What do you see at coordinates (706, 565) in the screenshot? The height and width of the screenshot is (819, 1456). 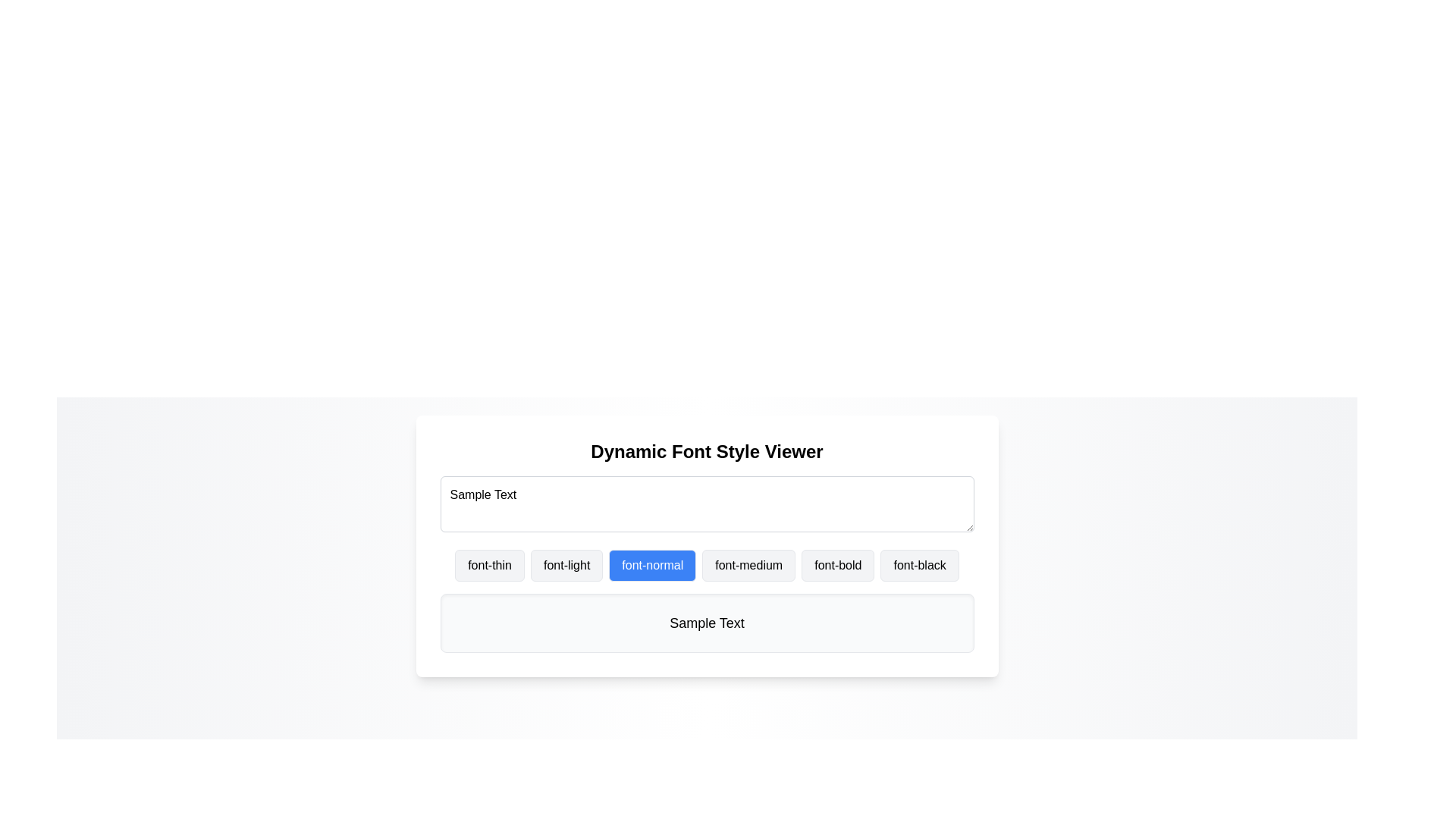 I see `the 'font-normal' button in the horizontal button group` at bounding box center [706, 565].